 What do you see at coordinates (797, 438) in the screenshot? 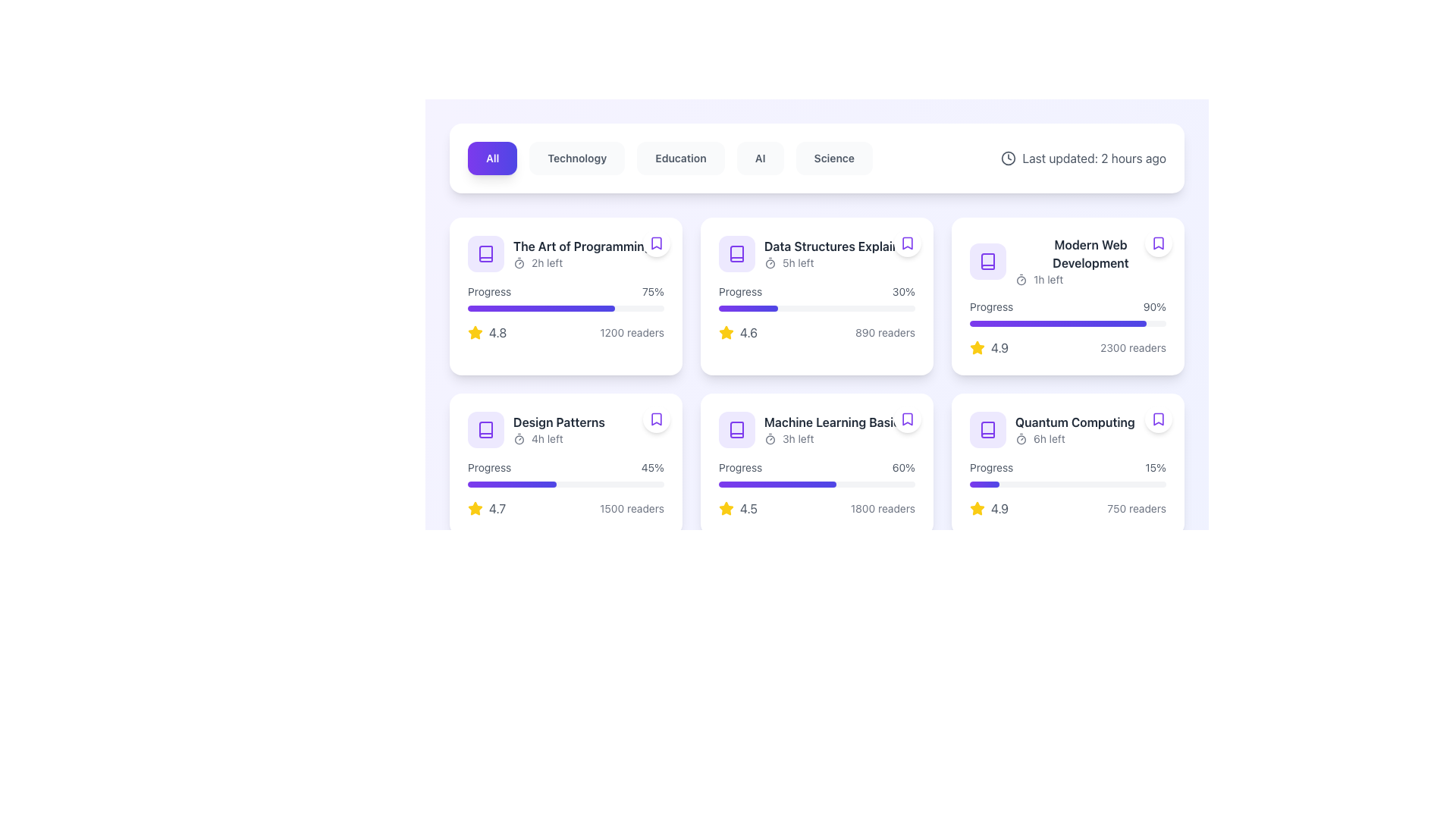
I see `the static text displaying '3h left', which is styled with a gray font color and is part of a time indicator located under the title 'Machine Learning Basics' in the third card of the second row` at bounding box center [797, 438].